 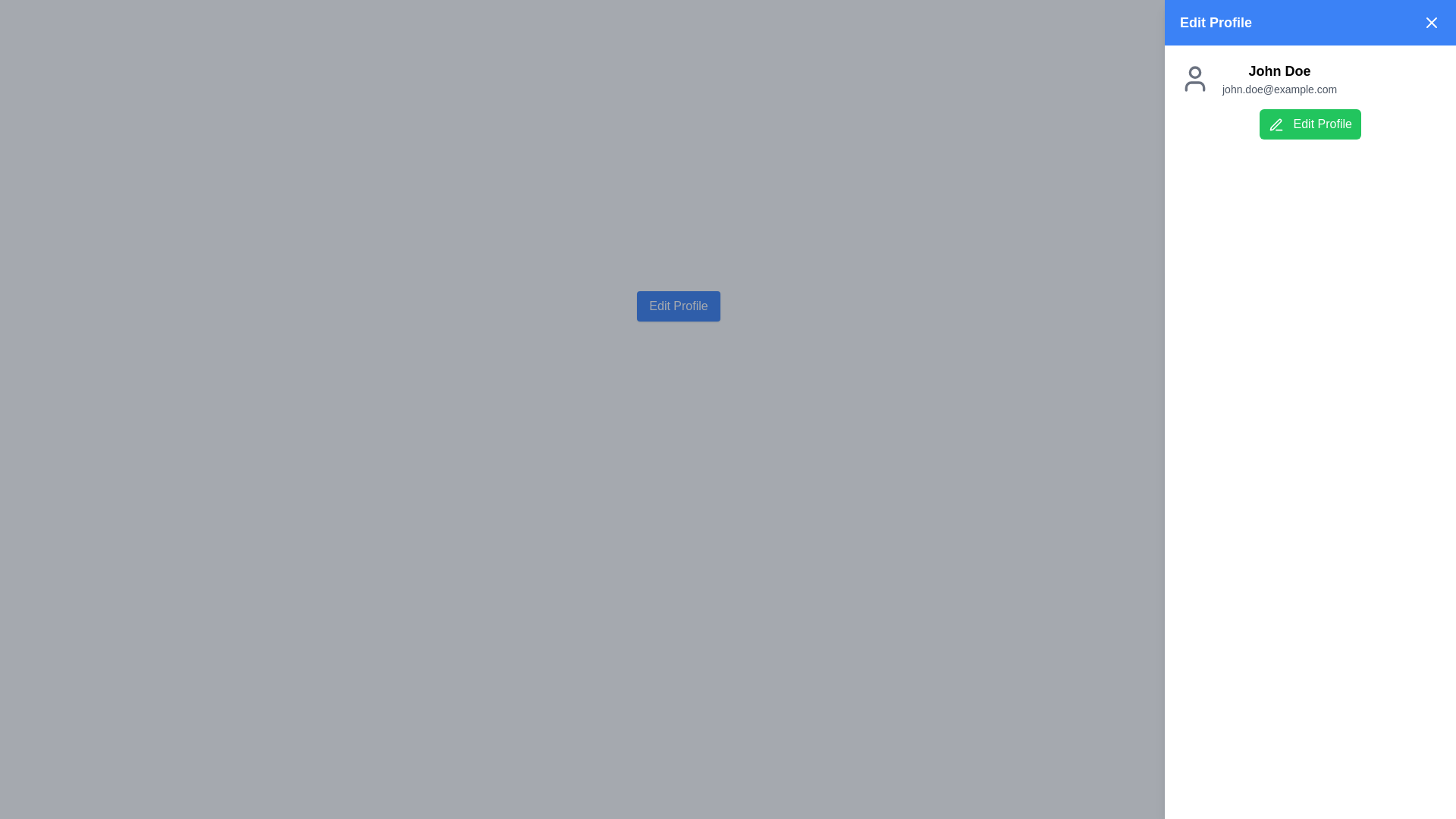 What do you see at coordinates (677, 306) in the screenshot?
I see `the 'Edit Profile' button` at bounding box center [677, 306].